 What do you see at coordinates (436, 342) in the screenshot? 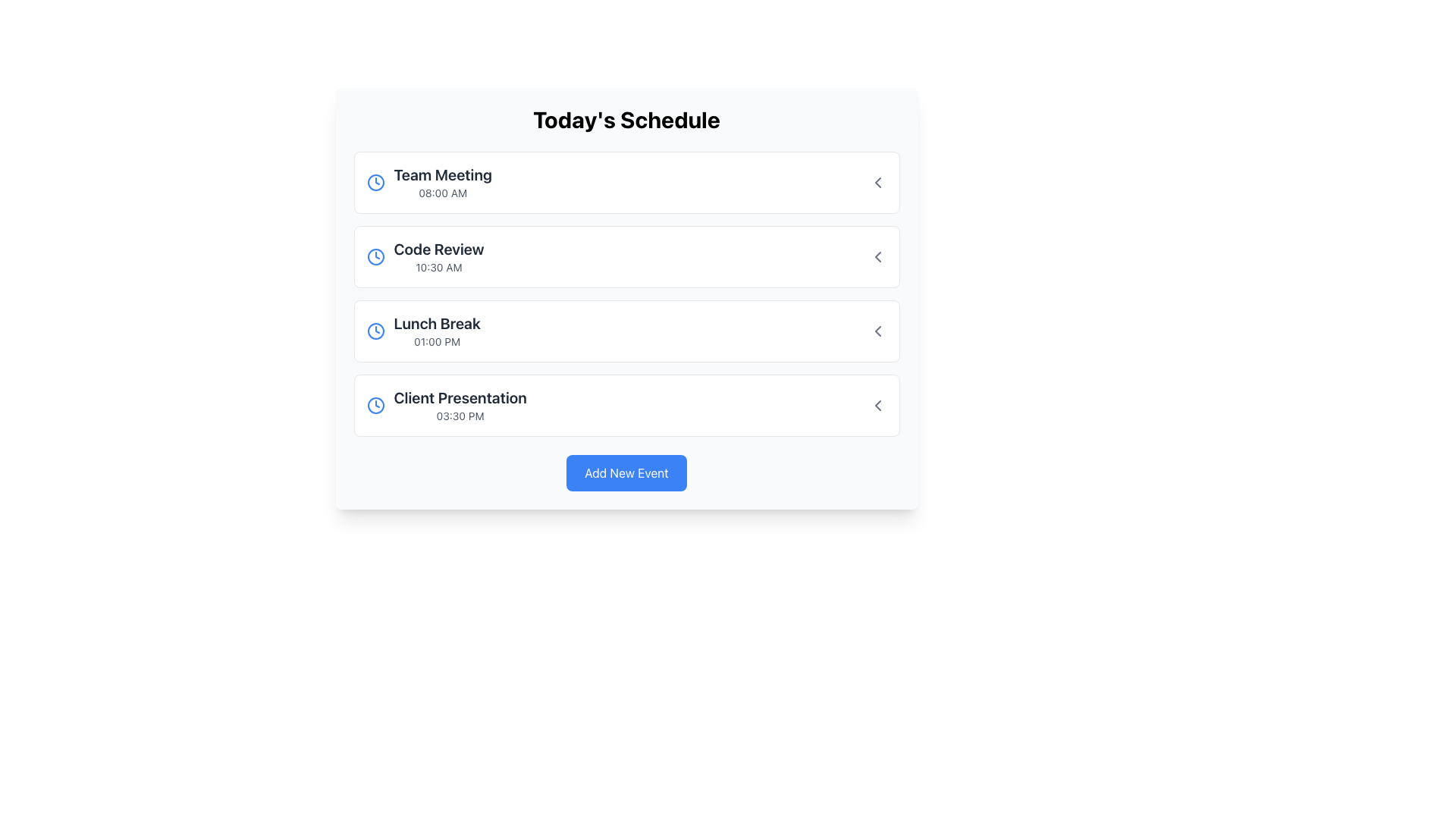
I see `the text label displaying '01:00 PM' located below the 'Lunch Break' label in the third event card of the 'Today's Schedule' section` at bounding box center [436, 342].